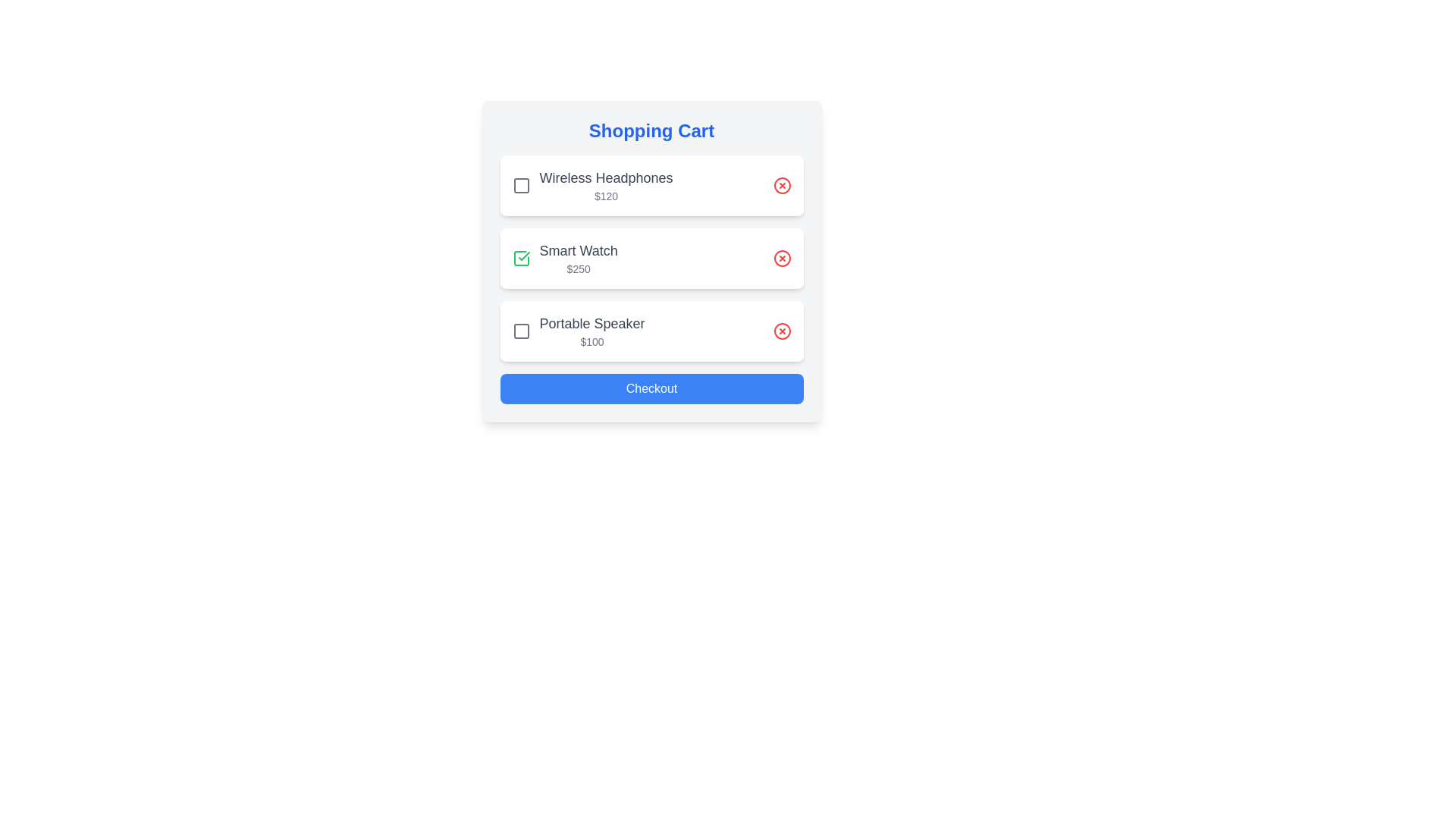  I want to click on the 'Checkout' button to proceed to checkout, so click(651, 388).